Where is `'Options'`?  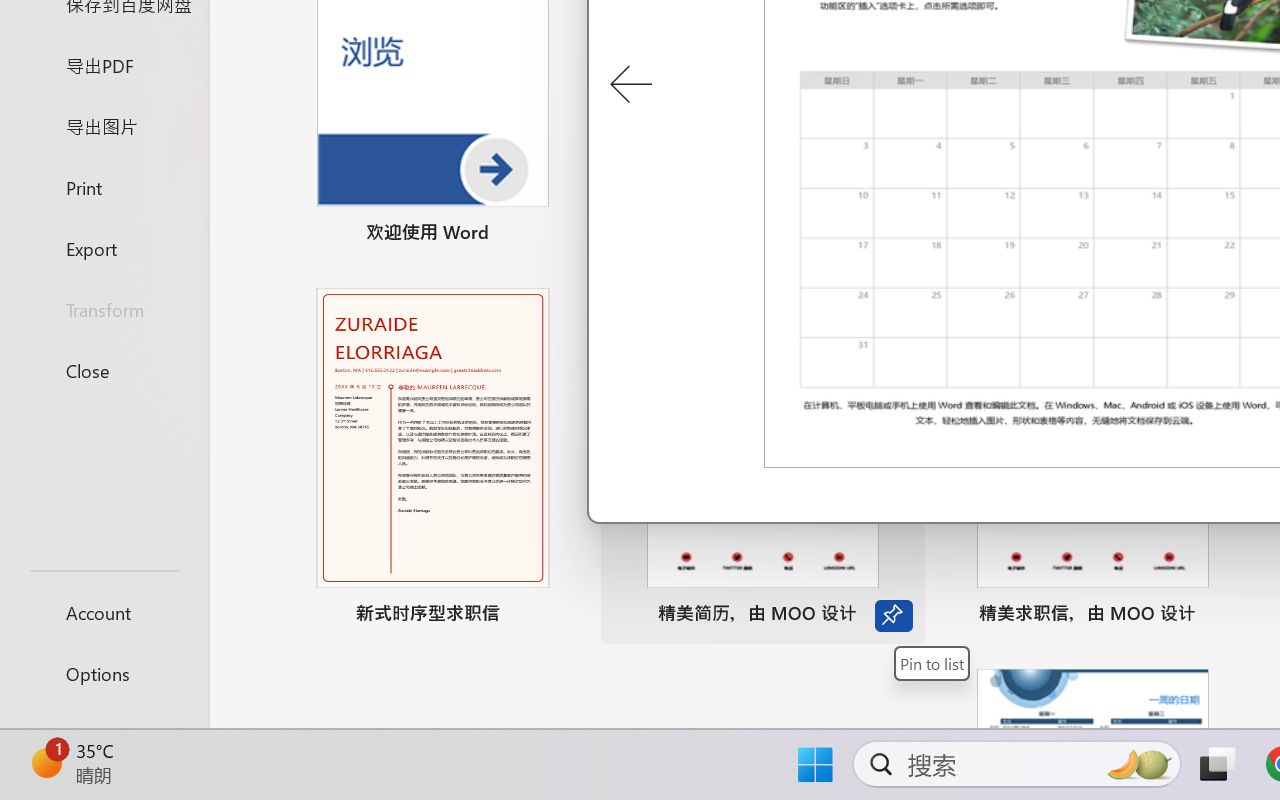
'Options' is located at coordinates (103, 673).